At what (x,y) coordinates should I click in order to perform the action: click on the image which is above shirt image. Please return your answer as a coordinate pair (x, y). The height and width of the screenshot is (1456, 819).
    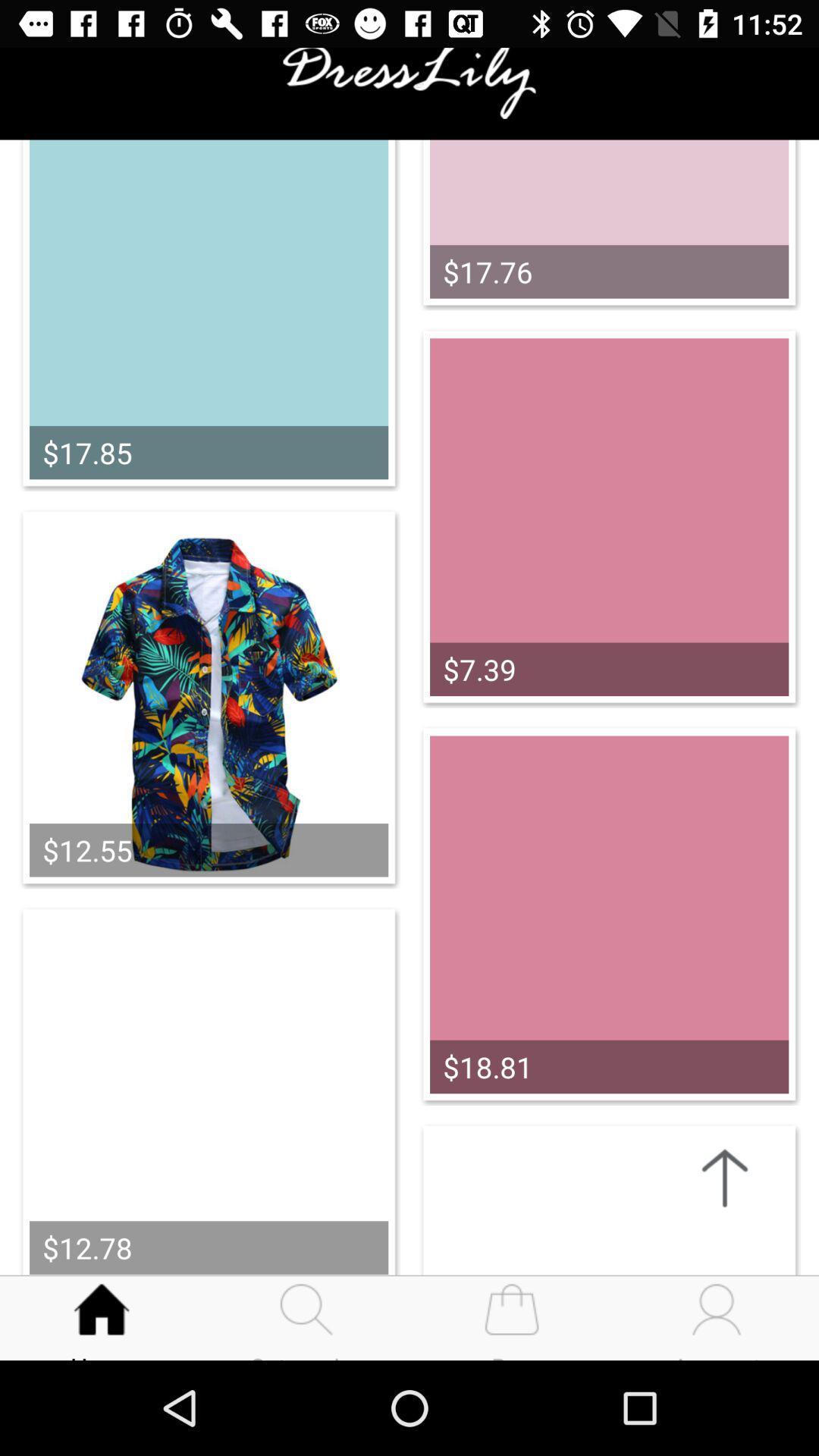
    Looking at the image, I should click on (209, 317).